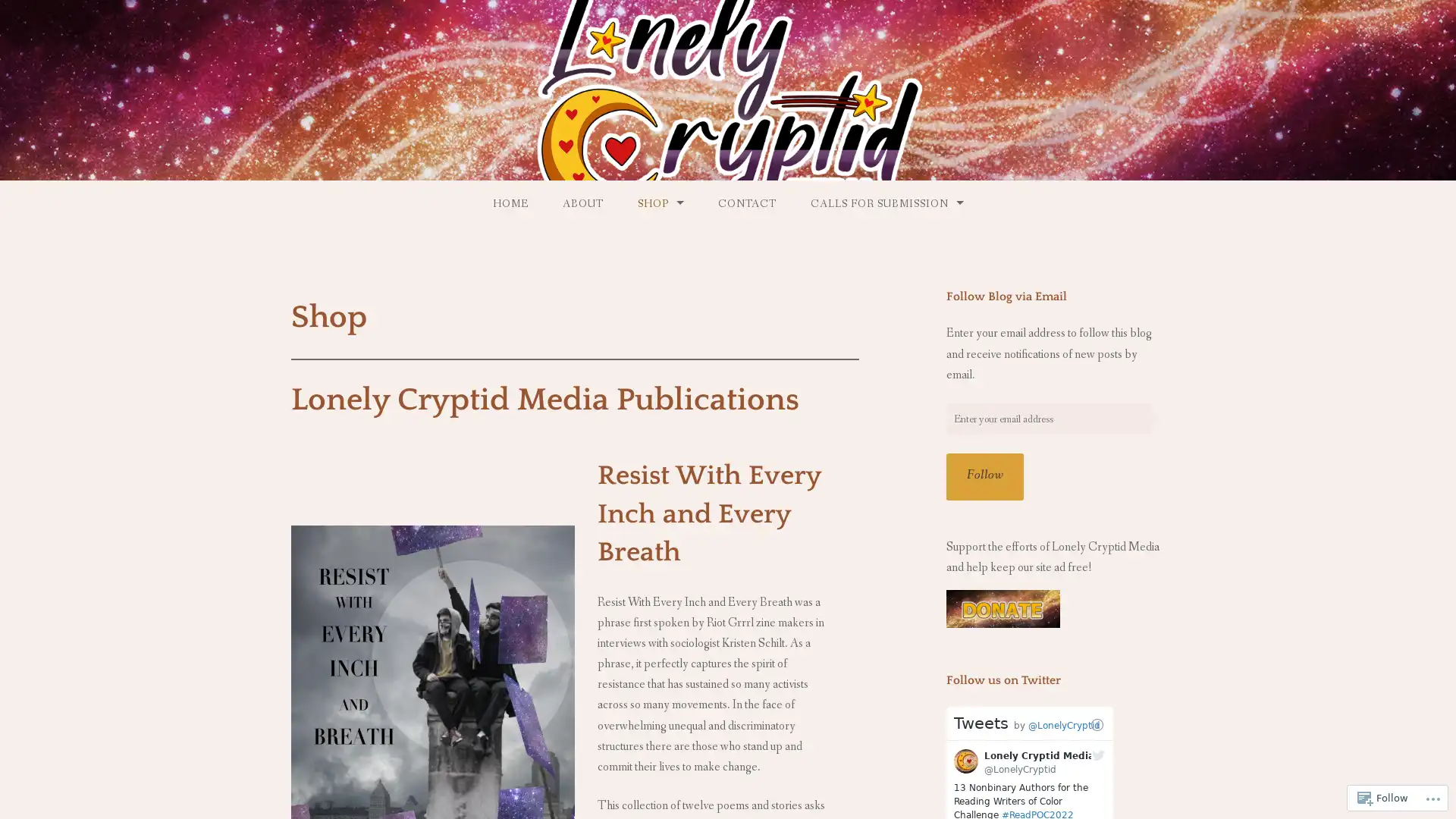 The height and width of the screenshot is (819, 1456). What do you see at coordinates (985, 475) in the screenshot?
I see `Follow` at bounding box center [985, 475].